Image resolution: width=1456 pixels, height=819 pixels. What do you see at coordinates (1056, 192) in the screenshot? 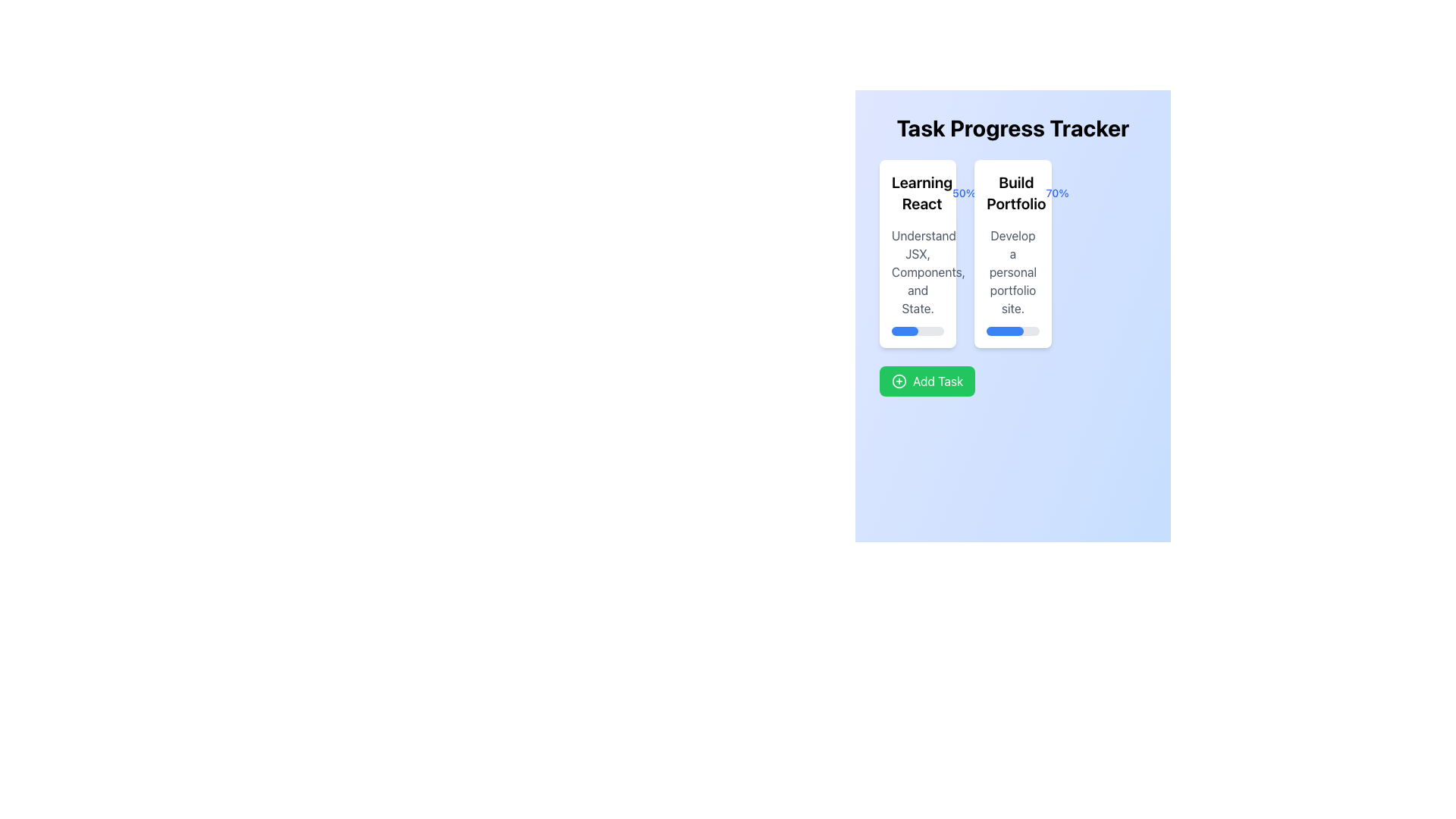
I see `the Text Label displaying '70%' in blue color, located to the right of the 'Build Portfolio' text, indicating progress` at bounding box center [1056, 192].